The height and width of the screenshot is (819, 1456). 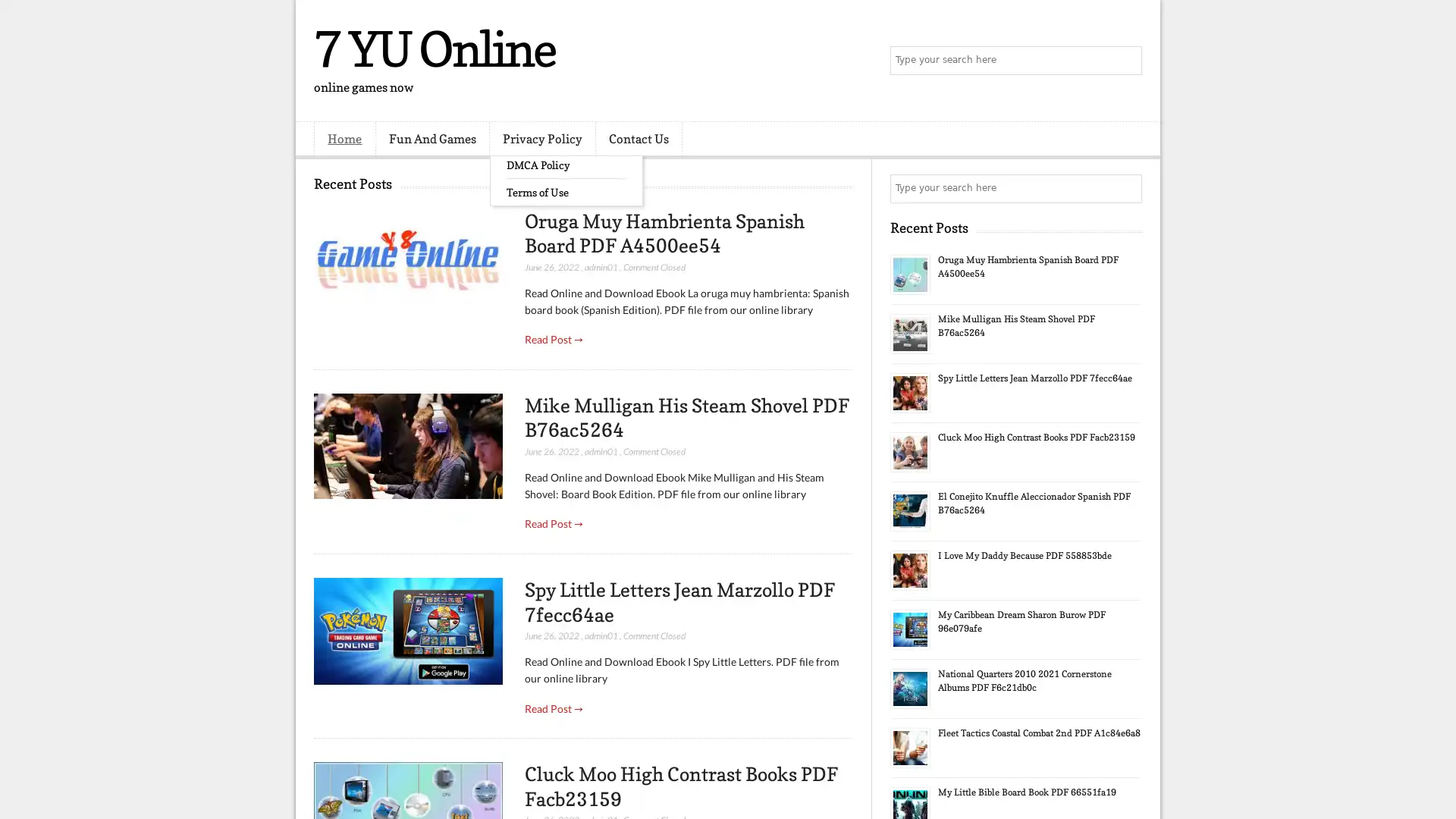 I want to click on Search, so click(x=1126, y=188).